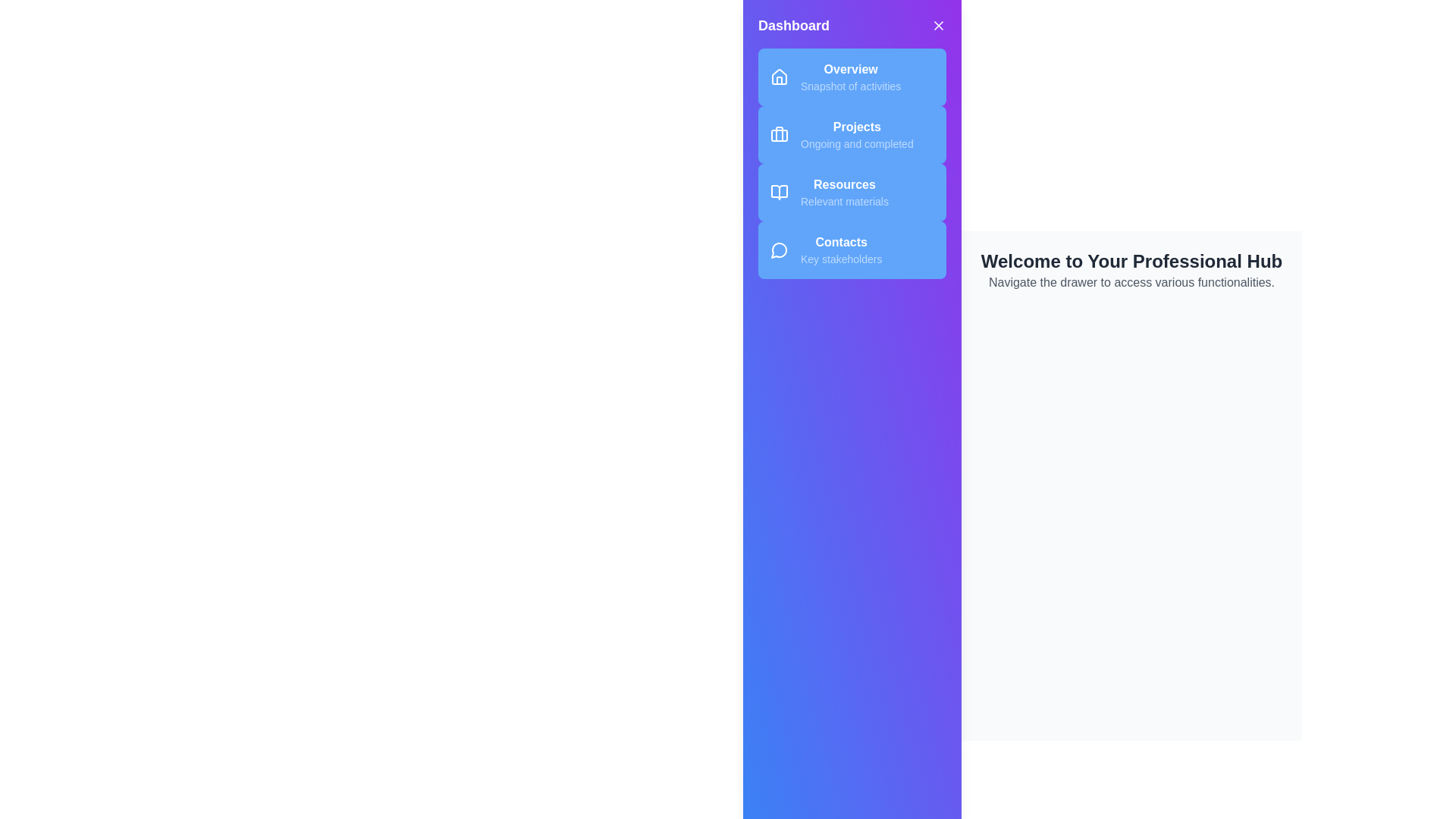 Image resolution: width=1456 pixels, height=819 pixels. Describe the element at coordinates (852, 249) in the screenshot. I see `the menu item labeled Contacts to observe its hover effect` at that location.